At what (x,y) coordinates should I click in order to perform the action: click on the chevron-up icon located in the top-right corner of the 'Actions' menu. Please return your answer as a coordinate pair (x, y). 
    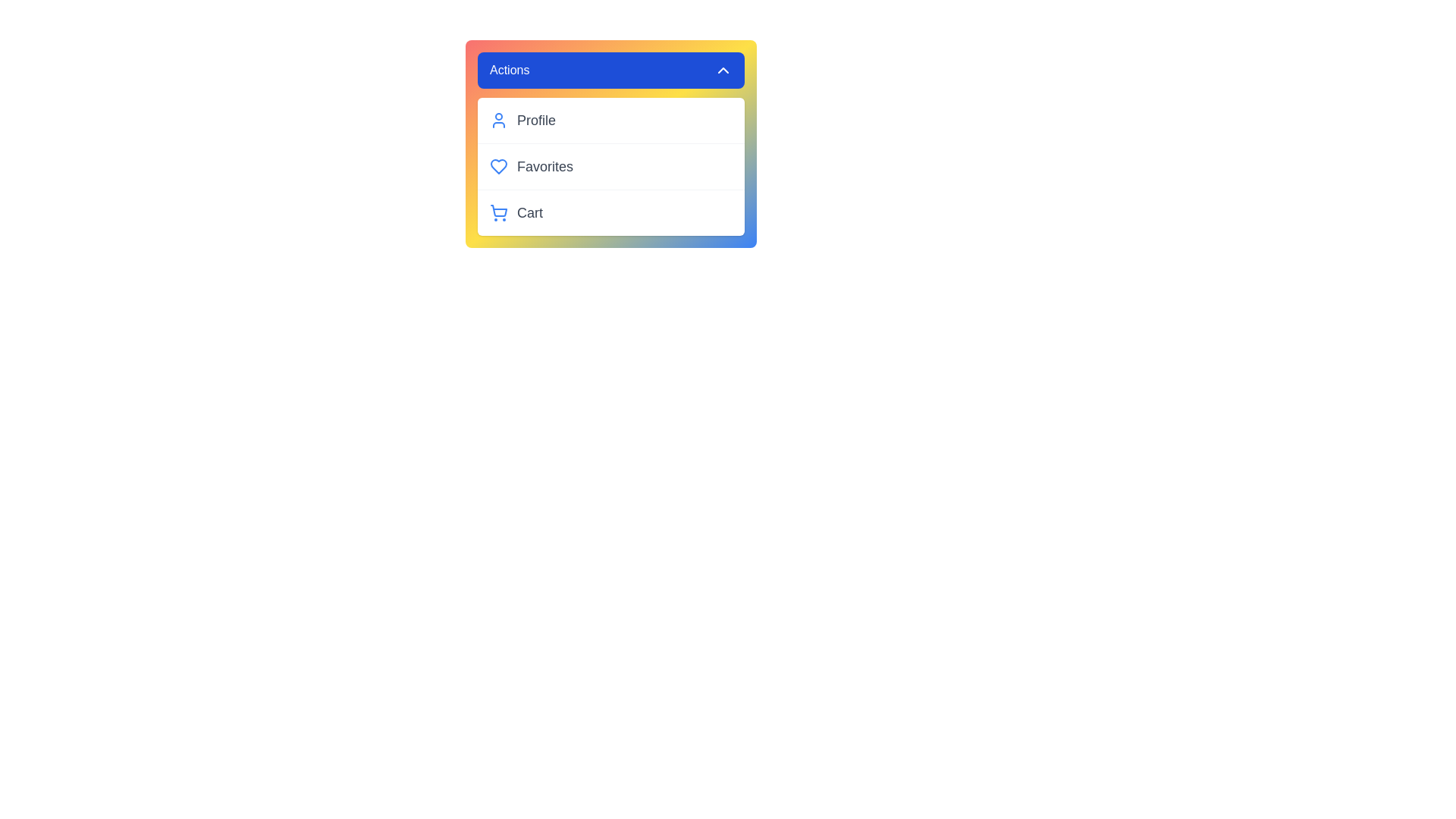
    Looking at the image, I should click on (723, 70).